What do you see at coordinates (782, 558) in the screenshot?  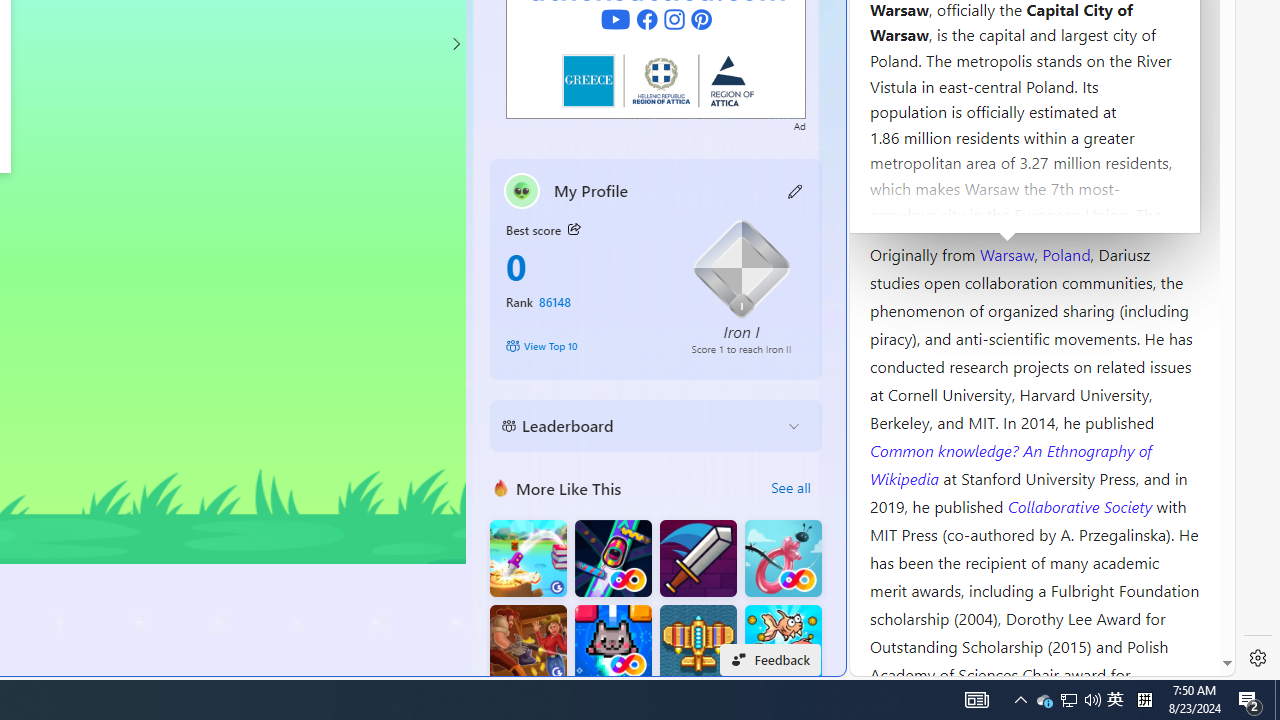 I see `'Balloon FRVR'` at bounding box center [782, 558].